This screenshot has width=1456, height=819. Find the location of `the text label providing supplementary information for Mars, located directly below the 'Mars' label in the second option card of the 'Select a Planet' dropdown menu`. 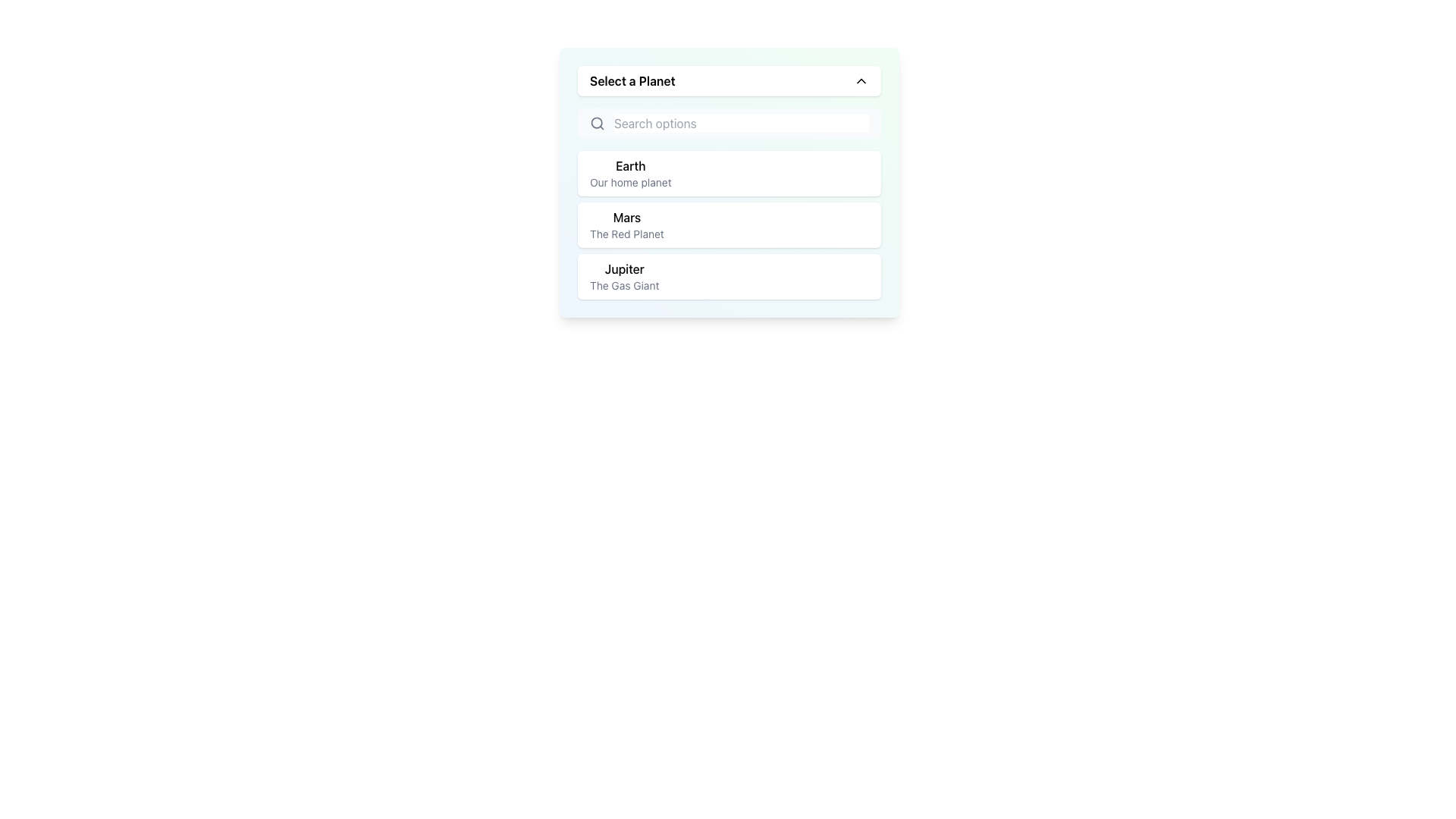

the text label providing supplementary information for Mars, located directly below the 'Mars' label in the second option card of the 'Select a Planet' dropdown menu is located at coordinates (626, 234).